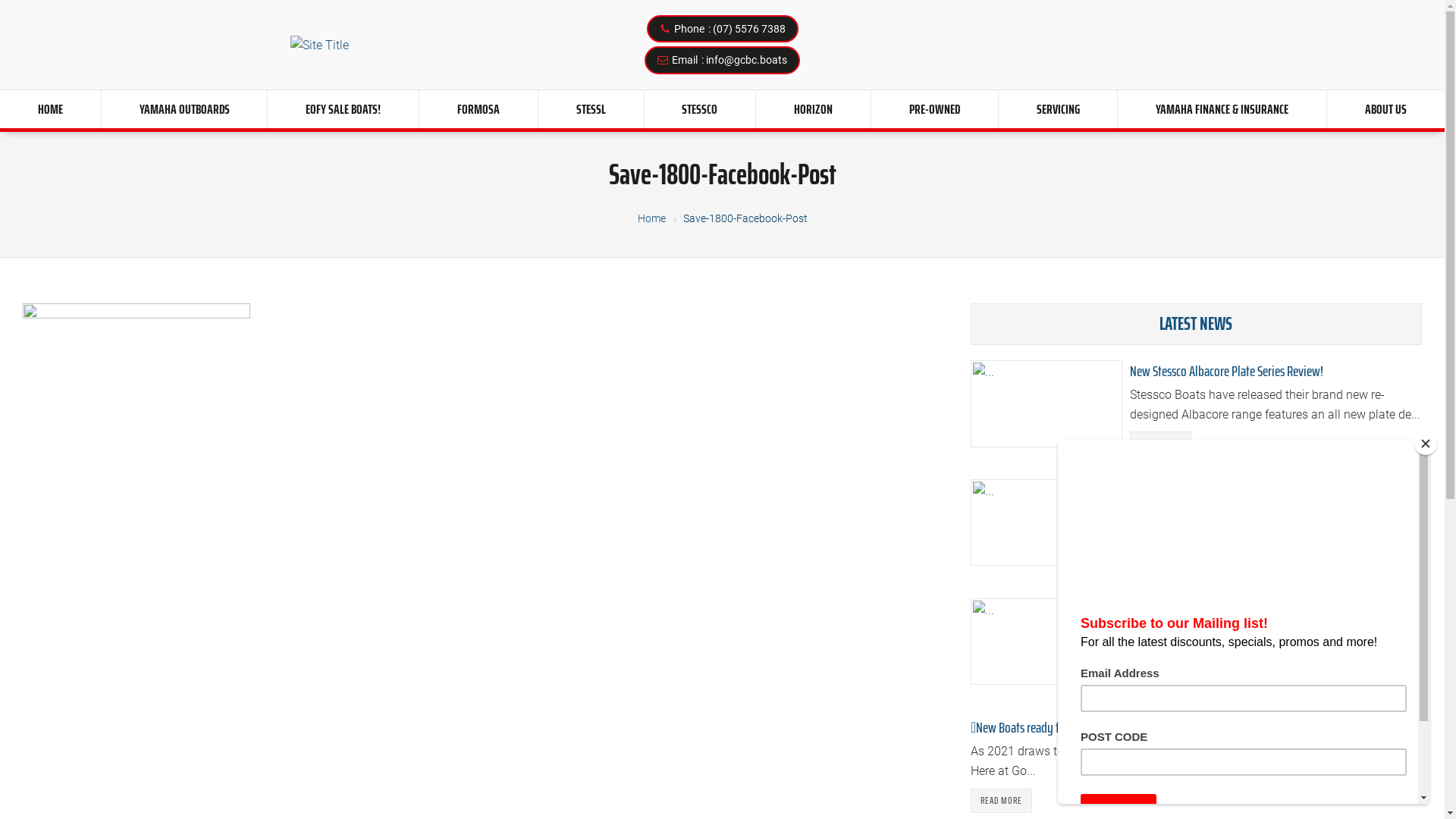 This screenshot has width=1456, height=819. Describe the element at coordinates (590, 108) in the screenshot. I see `'STESSL'` at that location.